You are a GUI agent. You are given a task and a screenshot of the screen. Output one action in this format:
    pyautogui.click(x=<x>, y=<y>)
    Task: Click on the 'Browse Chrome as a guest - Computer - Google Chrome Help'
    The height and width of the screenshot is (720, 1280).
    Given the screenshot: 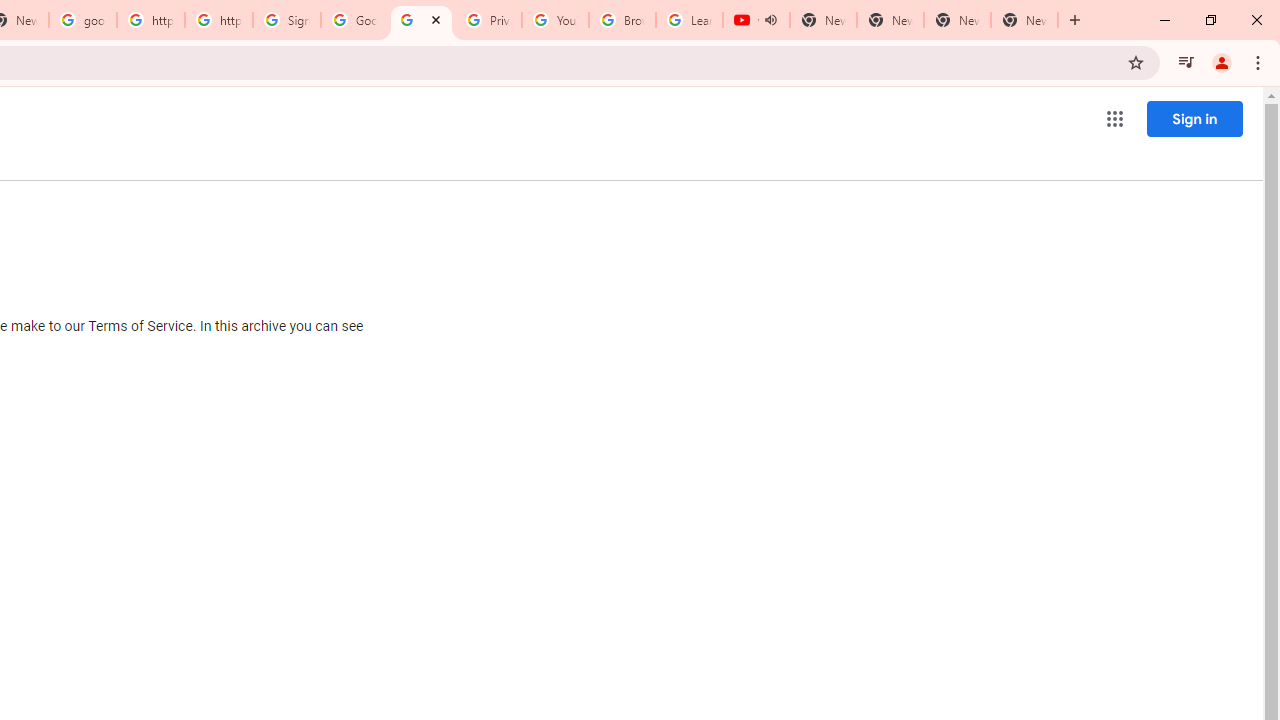 What is the action you would take?
    pyautogui.click(x=621, y=20)
    